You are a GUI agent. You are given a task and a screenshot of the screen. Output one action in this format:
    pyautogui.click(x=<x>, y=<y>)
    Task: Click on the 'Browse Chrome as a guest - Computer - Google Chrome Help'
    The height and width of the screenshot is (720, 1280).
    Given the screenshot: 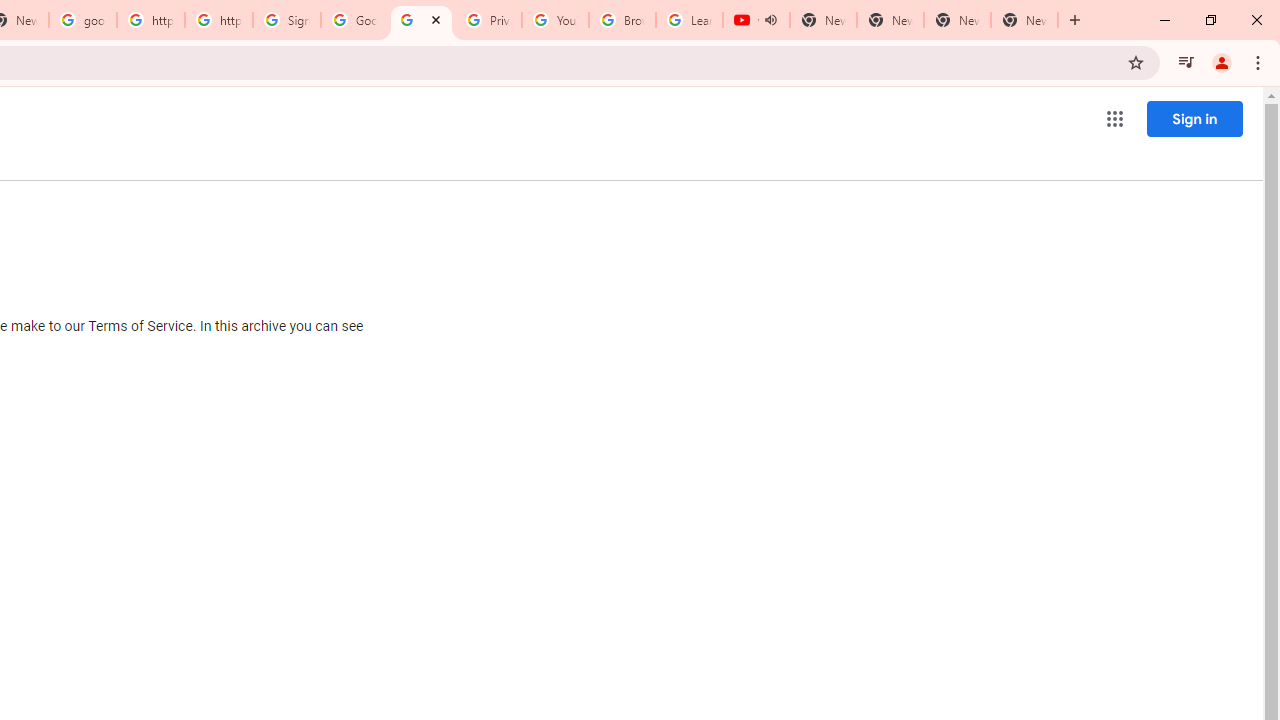 What is the action you would take?
    pyautogui.click(x=621, y=20)
    